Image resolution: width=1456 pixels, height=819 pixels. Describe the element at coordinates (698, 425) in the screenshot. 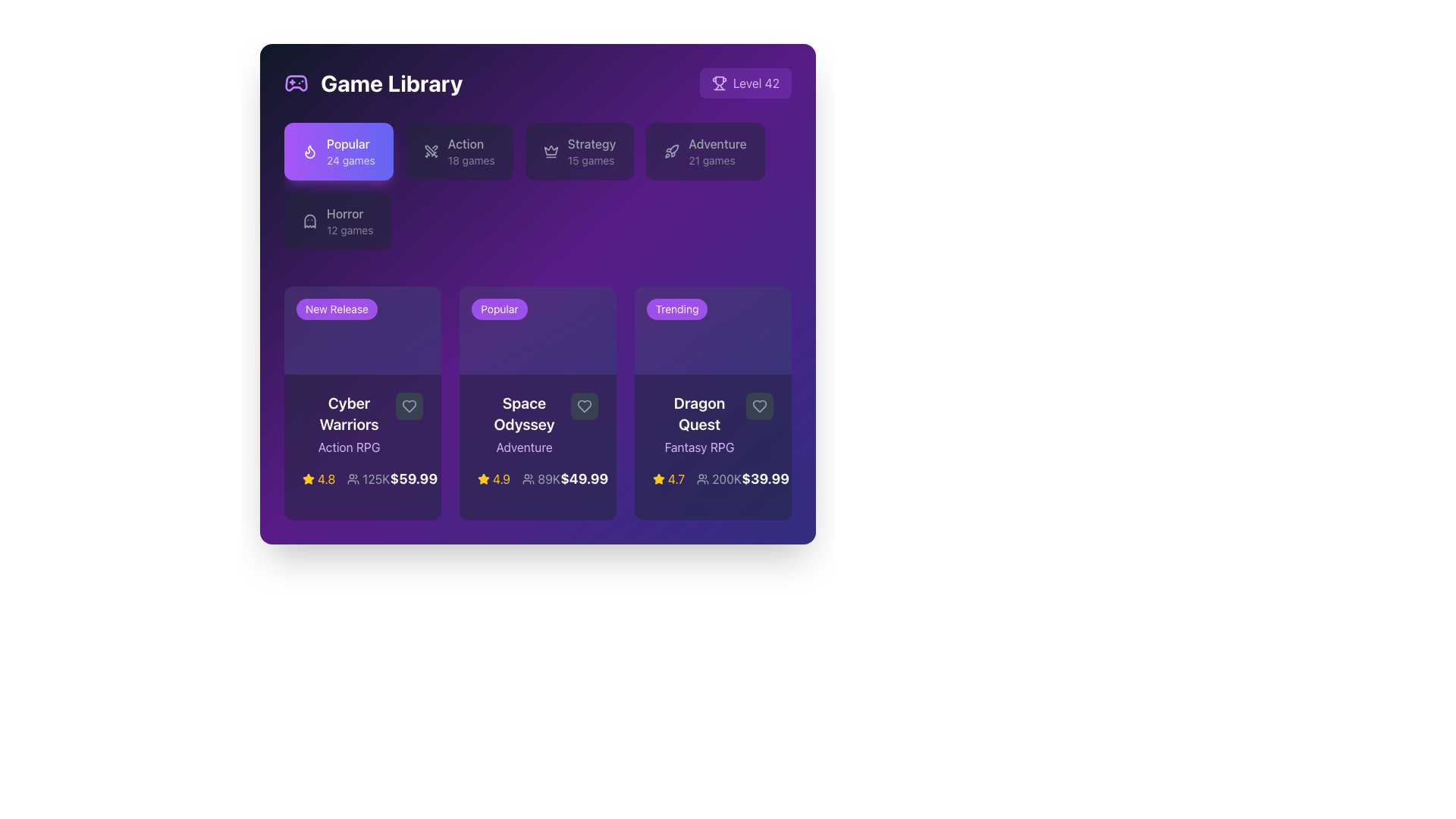

I see `the 'Dragon Quest' text display, which features a bold white title and a light purple subtitle on a dark background, located in the lower-right section of the 'Game Library' interface` at that location.